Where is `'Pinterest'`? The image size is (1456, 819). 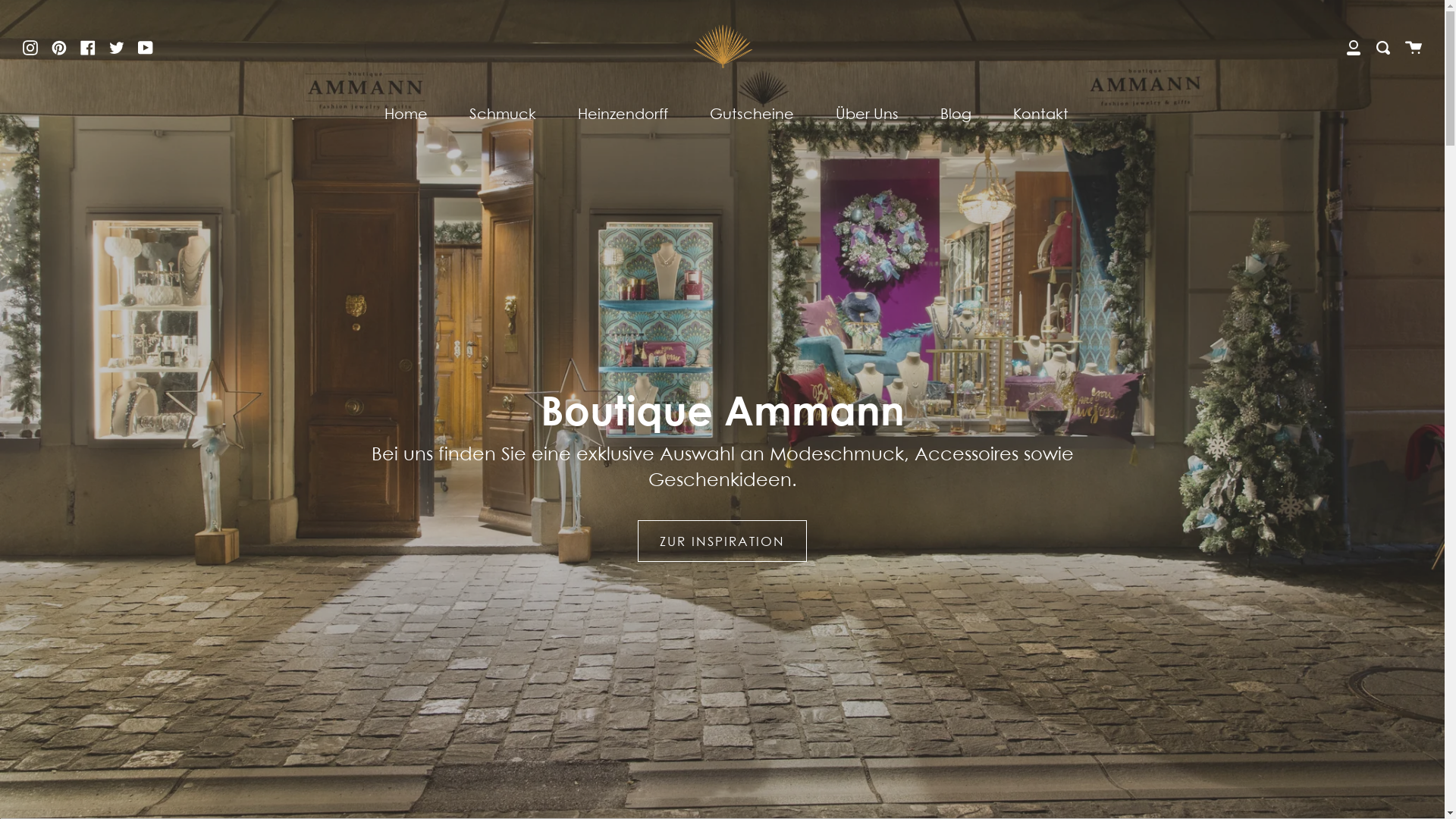
'Pinterest' is located at coordinates (58, 45).